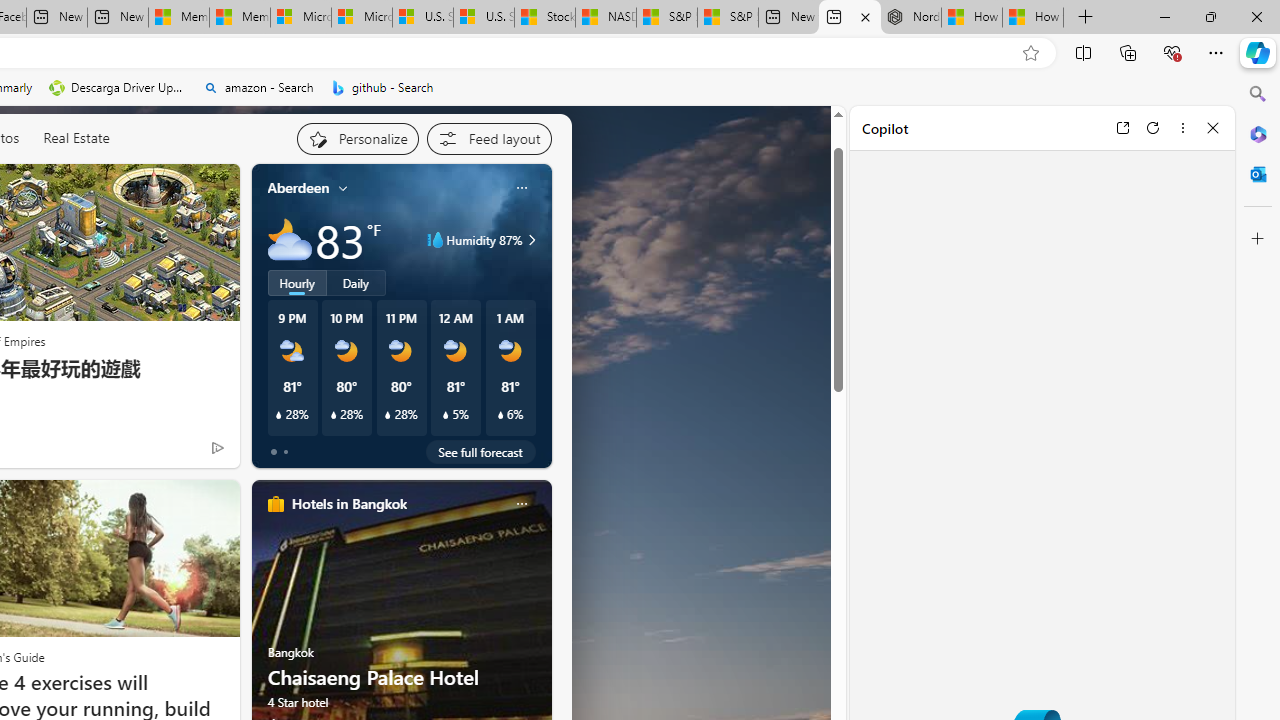 This screenshot has height=720, width=1280. What do you see at coordinates (1257, 238) in the screenshot?
I see `'Customize'` at bounding box center [1257, 238].